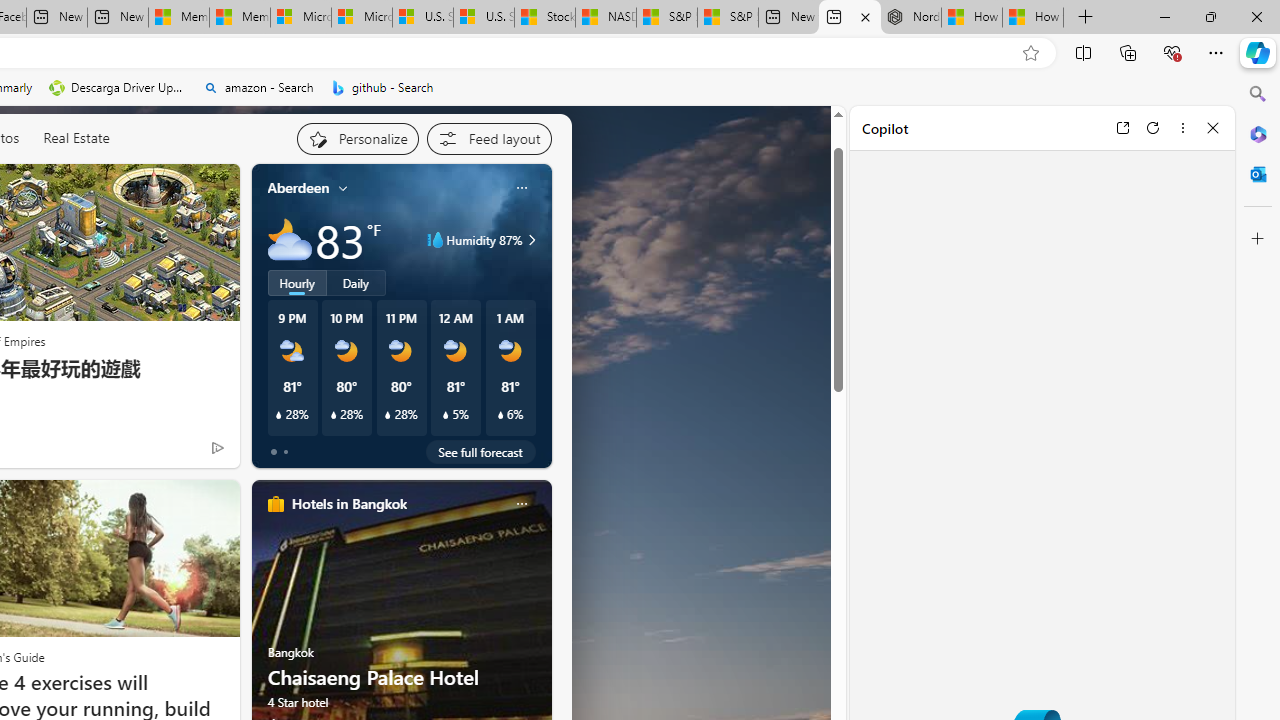 This screenshot has height=720, width=1280. What do you see at coordinates (1257, 238) in the screenshot?
I see `'Customize'` at bounding box center [1257, 238].